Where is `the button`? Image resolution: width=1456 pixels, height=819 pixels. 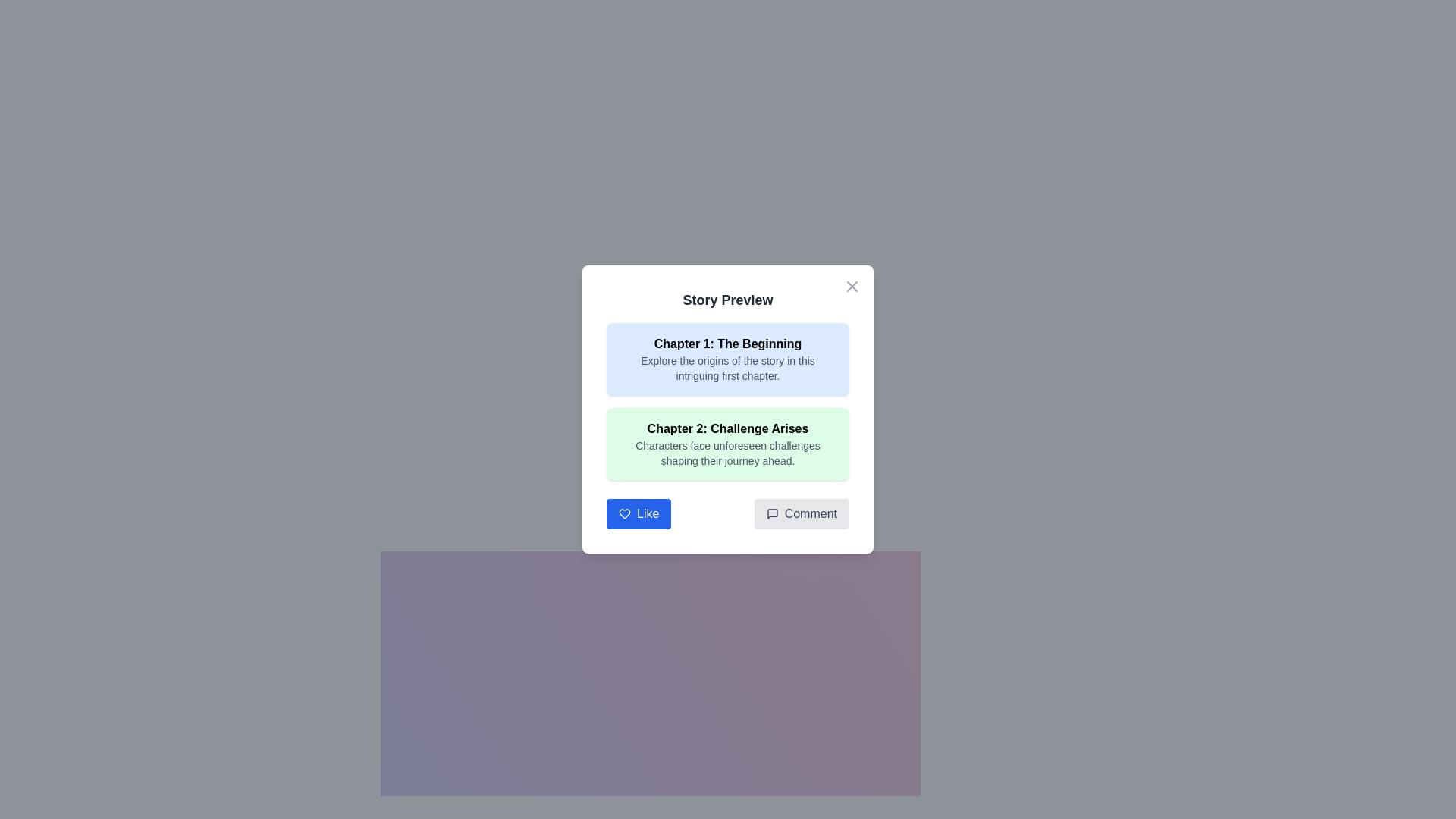 the button is located at coordinates (801, 513).